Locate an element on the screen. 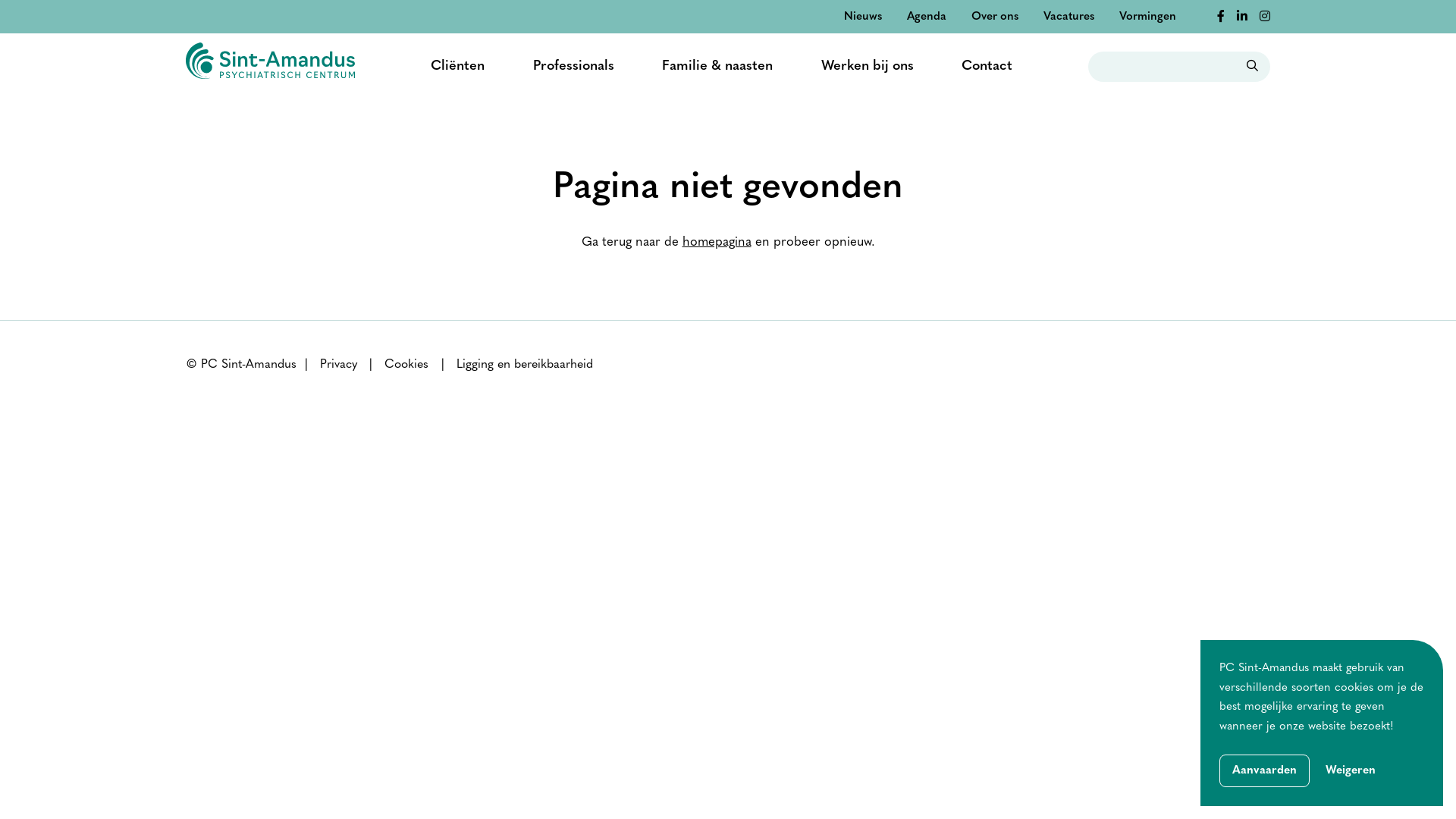 The height and width of the screenshot is (819, 1456). 'Privacy' is located at coordinates (337, 365).